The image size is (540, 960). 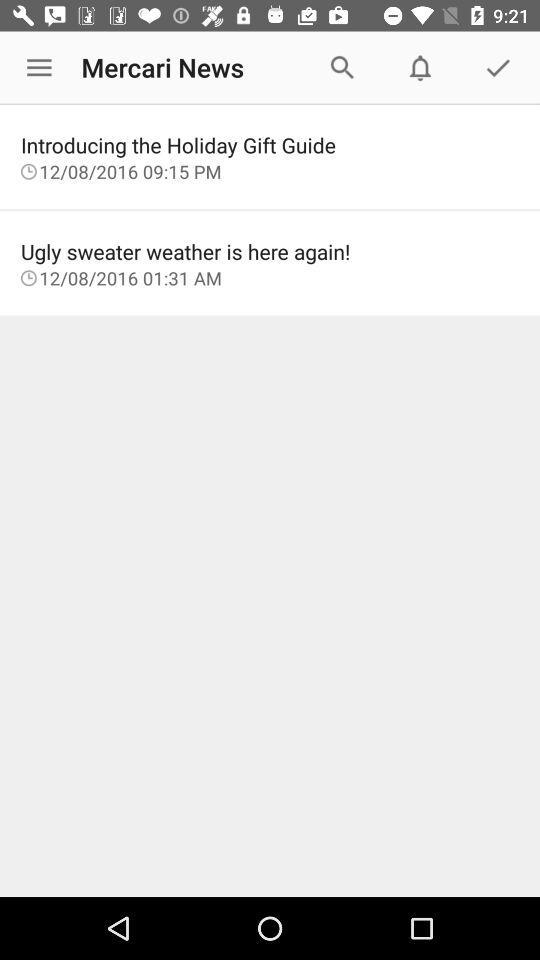 What do you see at coordinates (270, 250) in the screenshot?
I see `the item below the 12 08 2016 item` at bounding box center [270, 250].